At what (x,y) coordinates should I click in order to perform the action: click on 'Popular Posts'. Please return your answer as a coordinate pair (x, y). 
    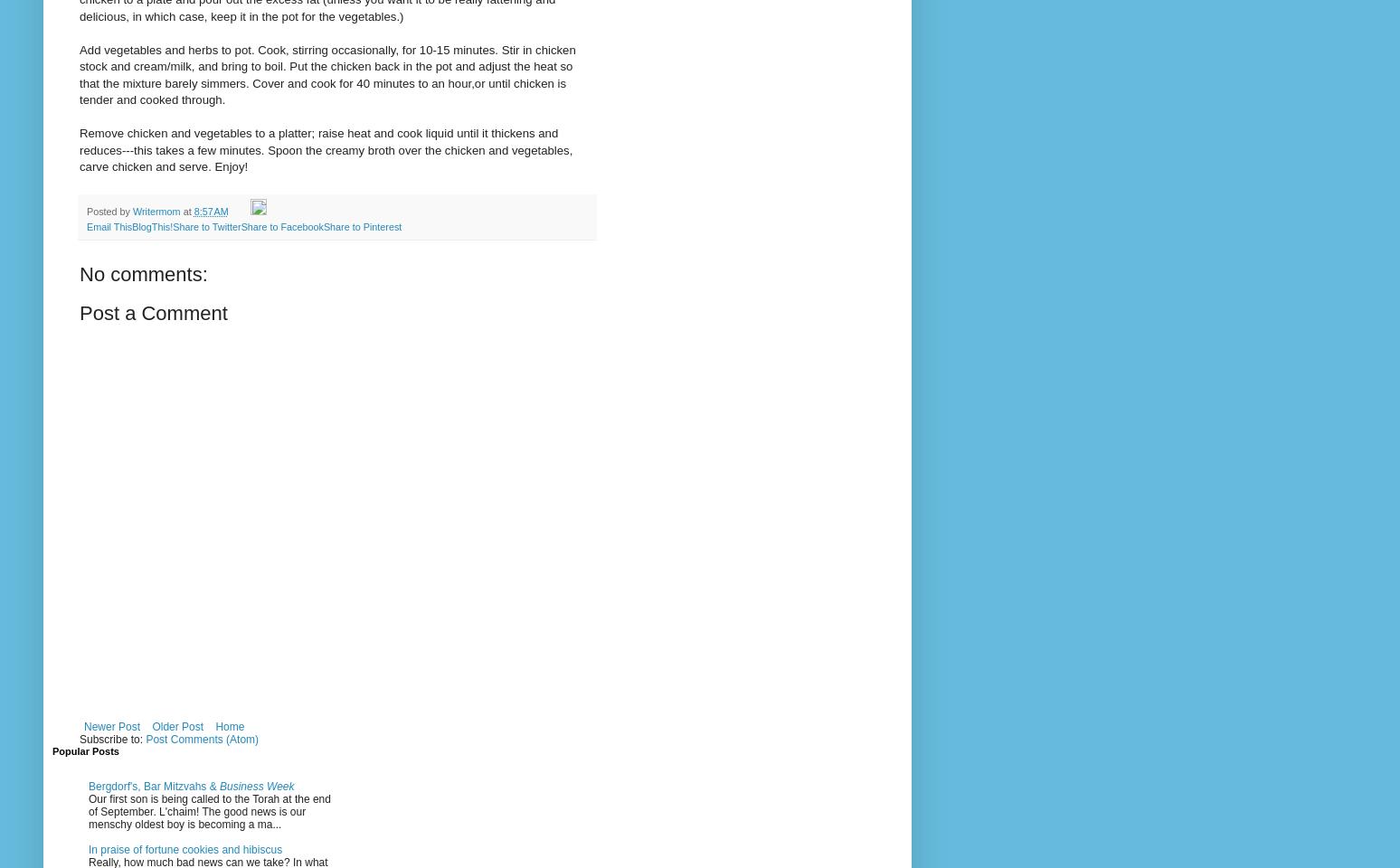
    Looking at the image, I should click on (84, 750).